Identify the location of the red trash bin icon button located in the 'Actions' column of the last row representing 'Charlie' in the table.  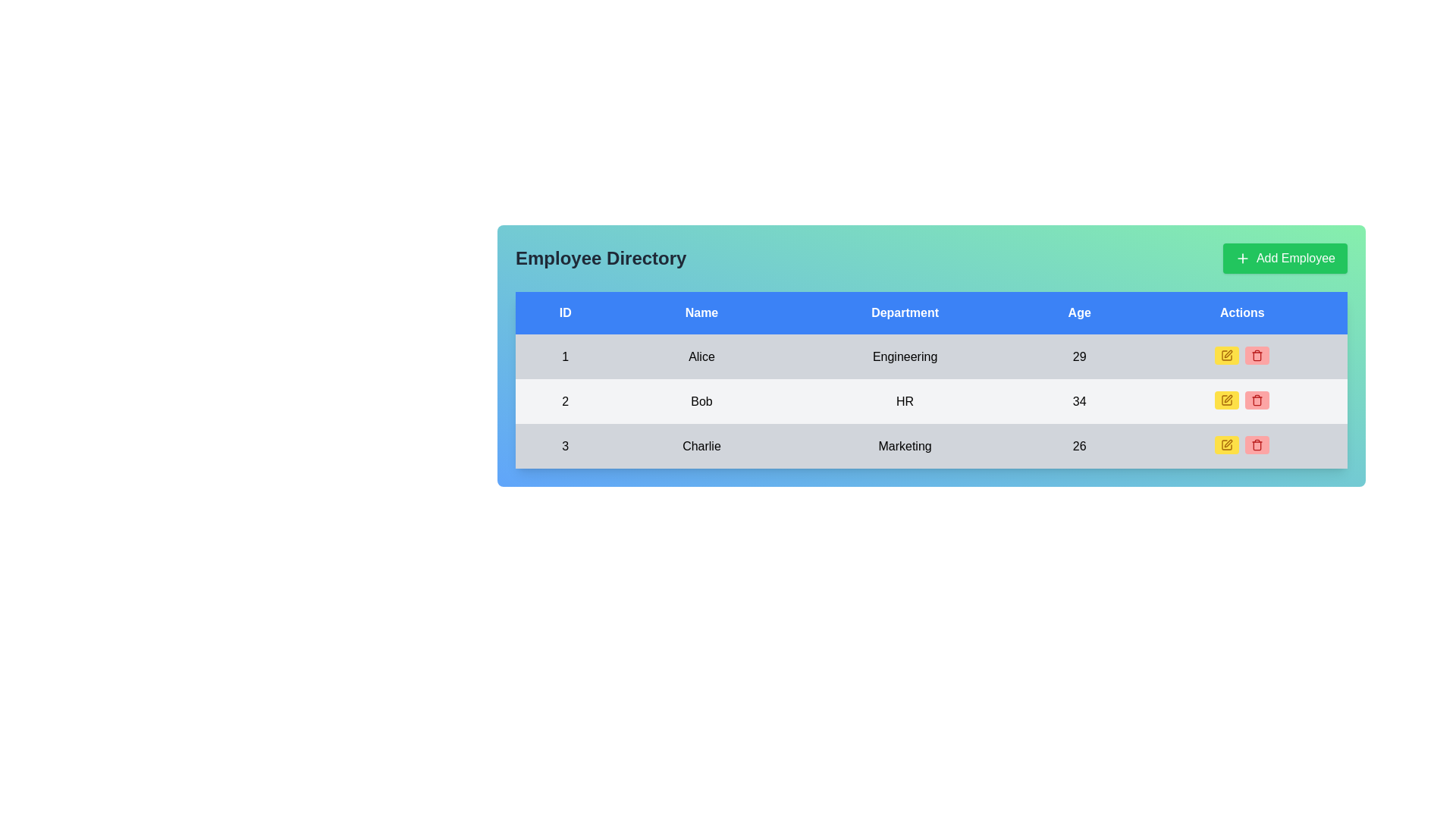
(1257, 444).